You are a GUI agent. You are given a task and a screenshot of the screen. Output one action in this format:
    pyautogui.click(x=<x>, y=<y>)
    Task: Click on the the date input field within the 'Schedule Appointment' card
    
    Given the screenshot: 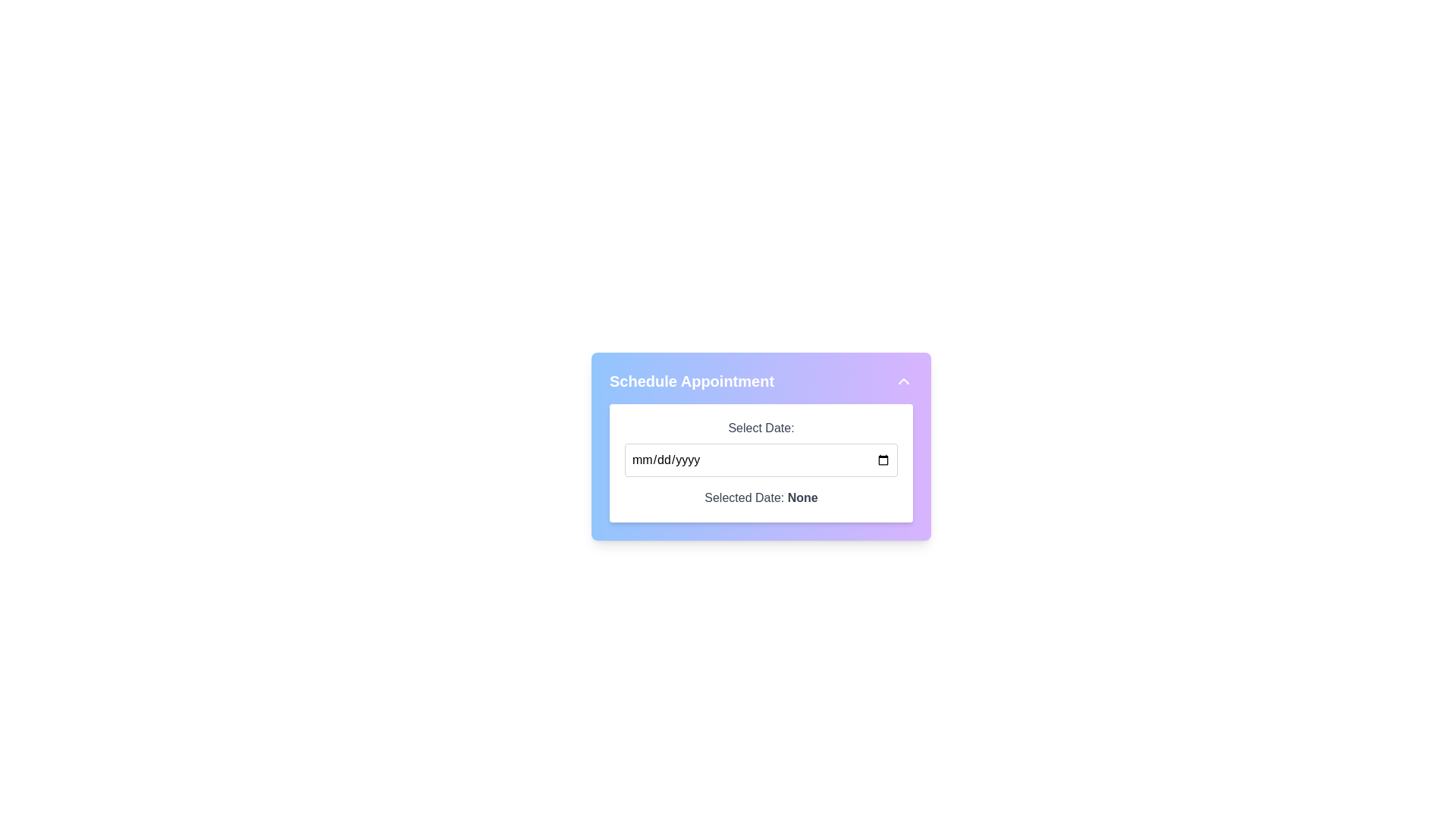 What is the action you would take?
    pyautogui.click(x=761, y=446)
    